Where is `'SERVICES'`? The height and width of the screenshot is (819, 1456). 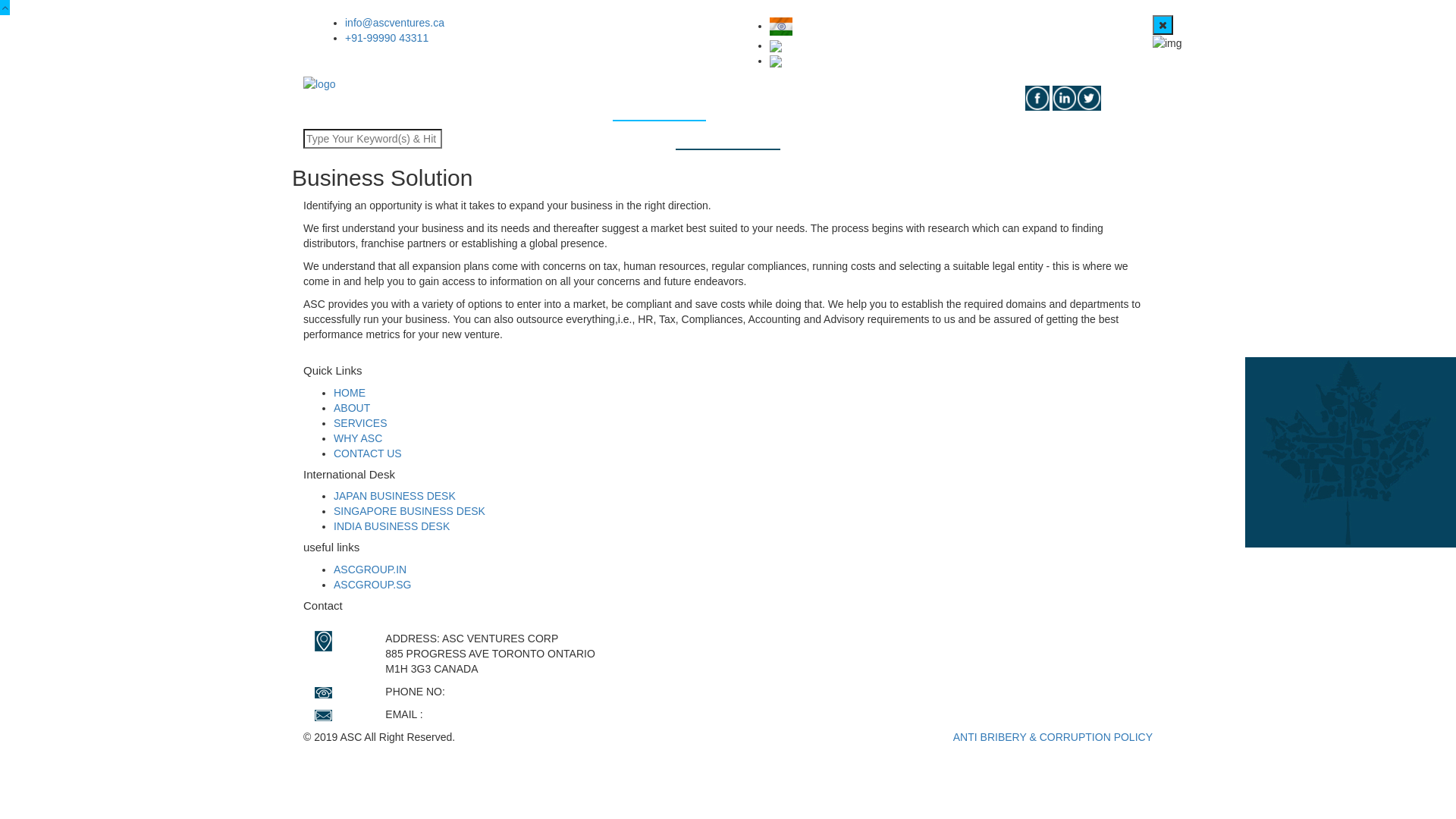 'SERVICES' is located at coordinates (659, 102).